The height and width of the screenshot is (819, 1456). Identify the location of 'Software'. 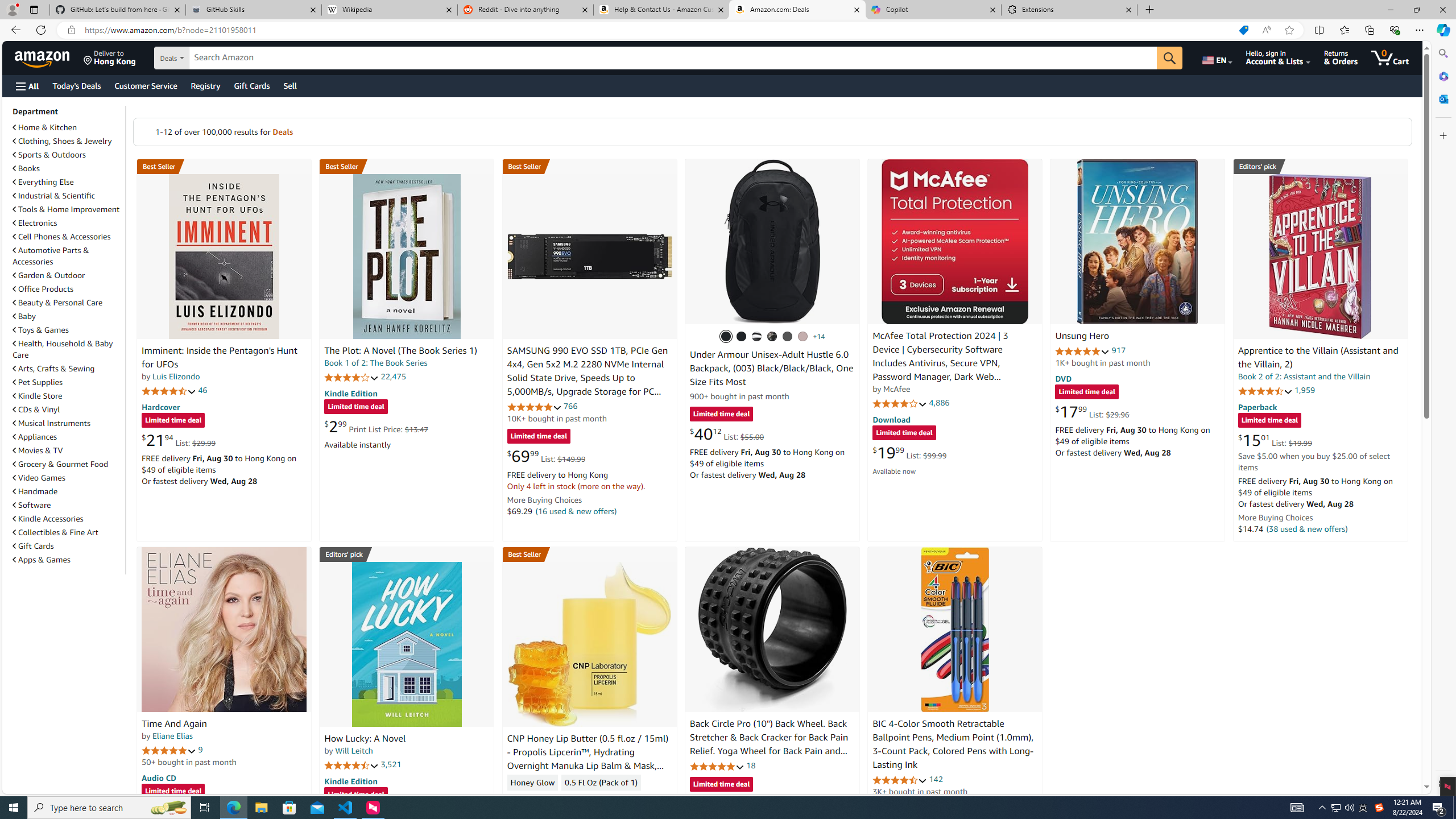
(32, 504).